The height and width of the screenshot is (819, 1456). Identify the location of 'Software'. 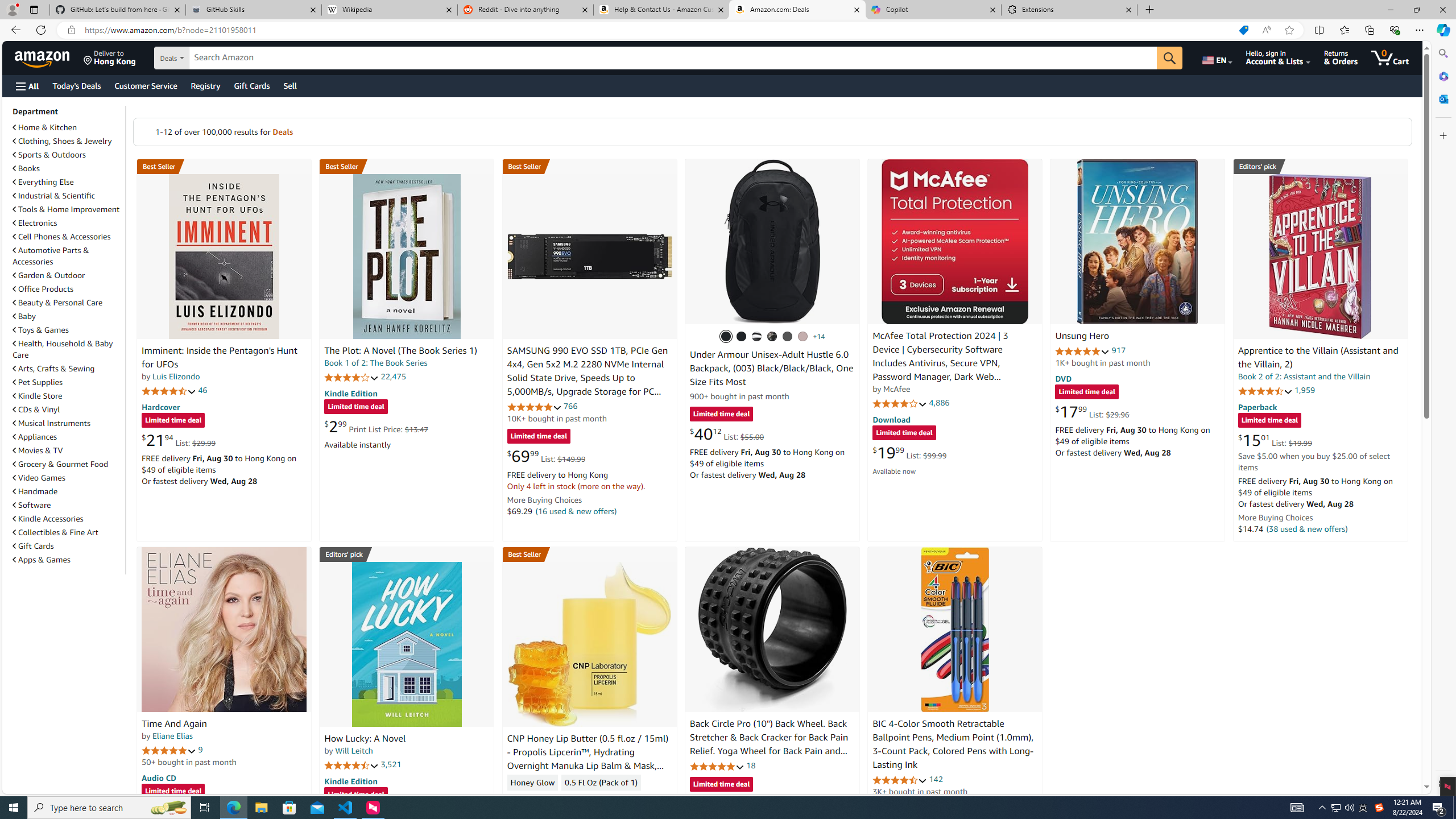
(32, 504).